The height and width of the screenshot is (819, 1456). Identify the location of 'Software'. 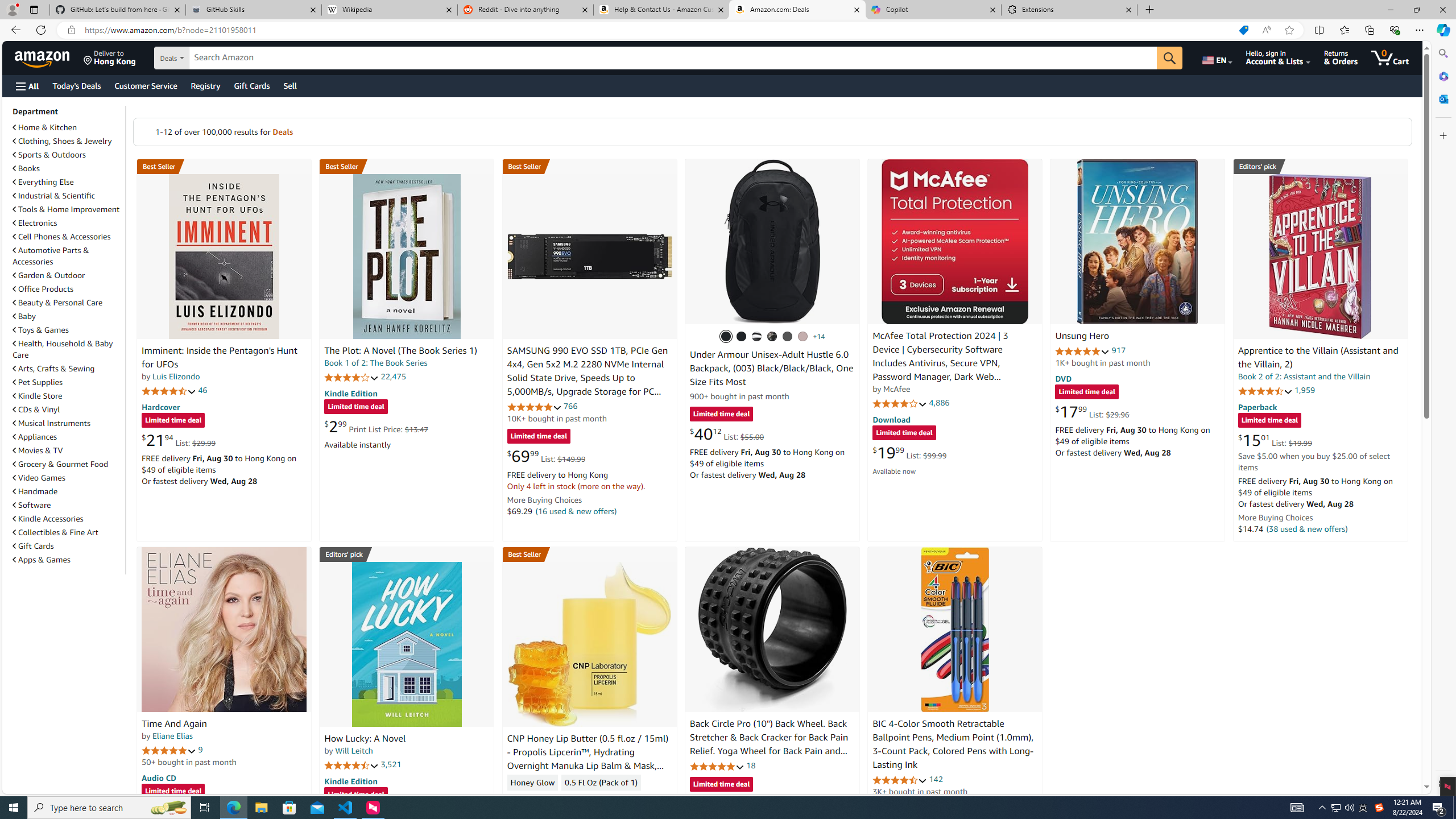
(32, 504).